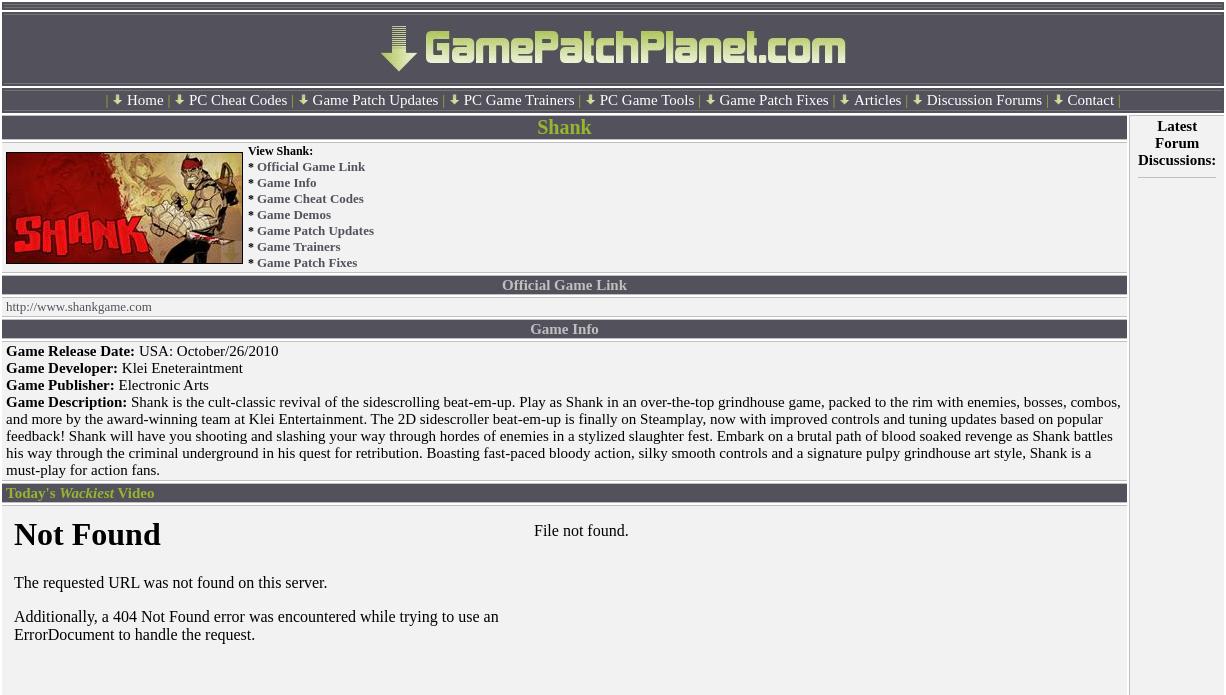  What do you see at coordinates (280, 151) in the screenshot?
I see `'View Shank:'` at bounding box center [280, 151].